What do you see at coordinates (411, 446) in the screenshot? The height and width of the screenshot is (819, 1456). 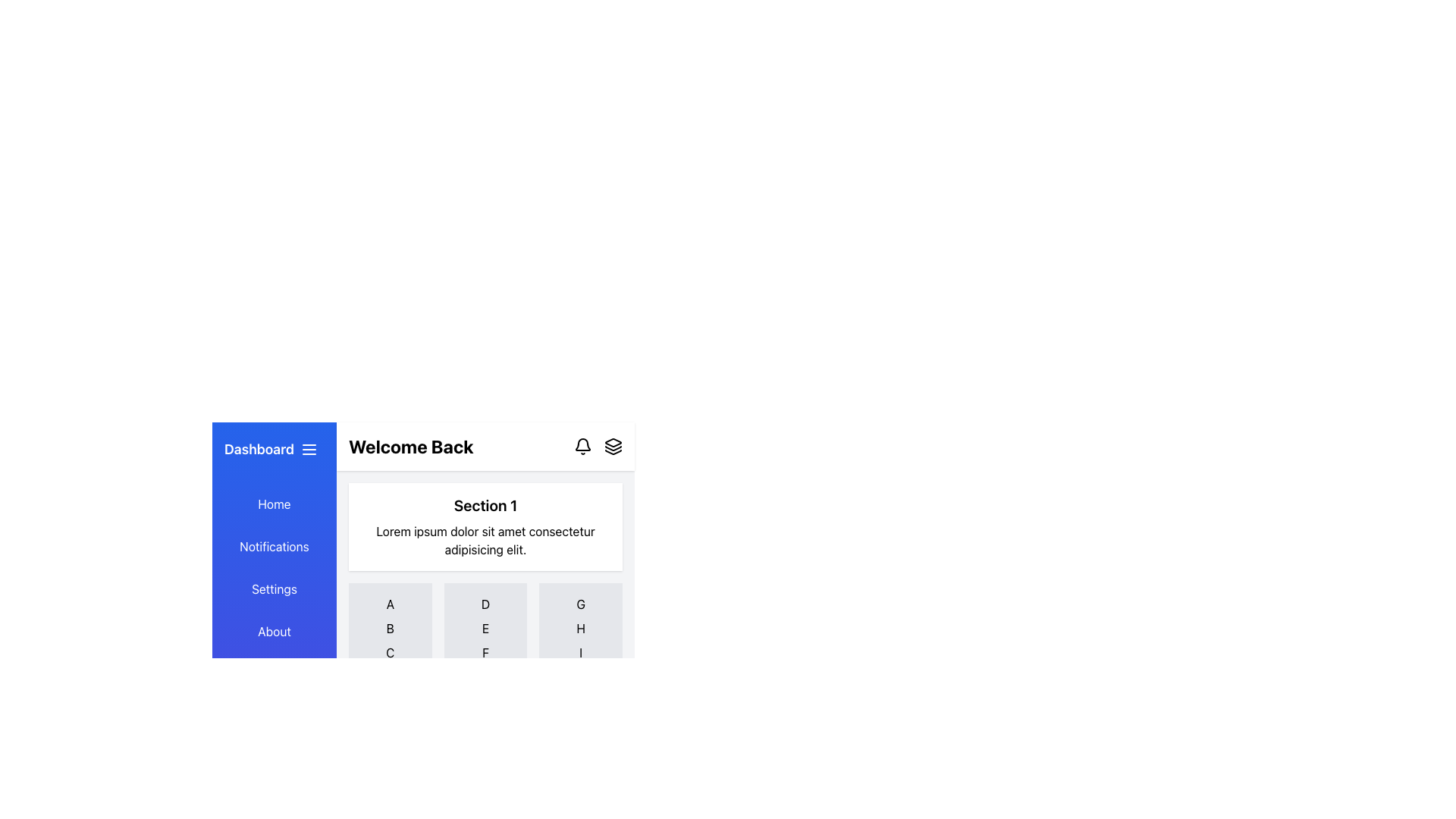 I see `static text element displaying 'Welcome Back' in bold font, positioned prominently in the header area` at bounding box center [411, 446].